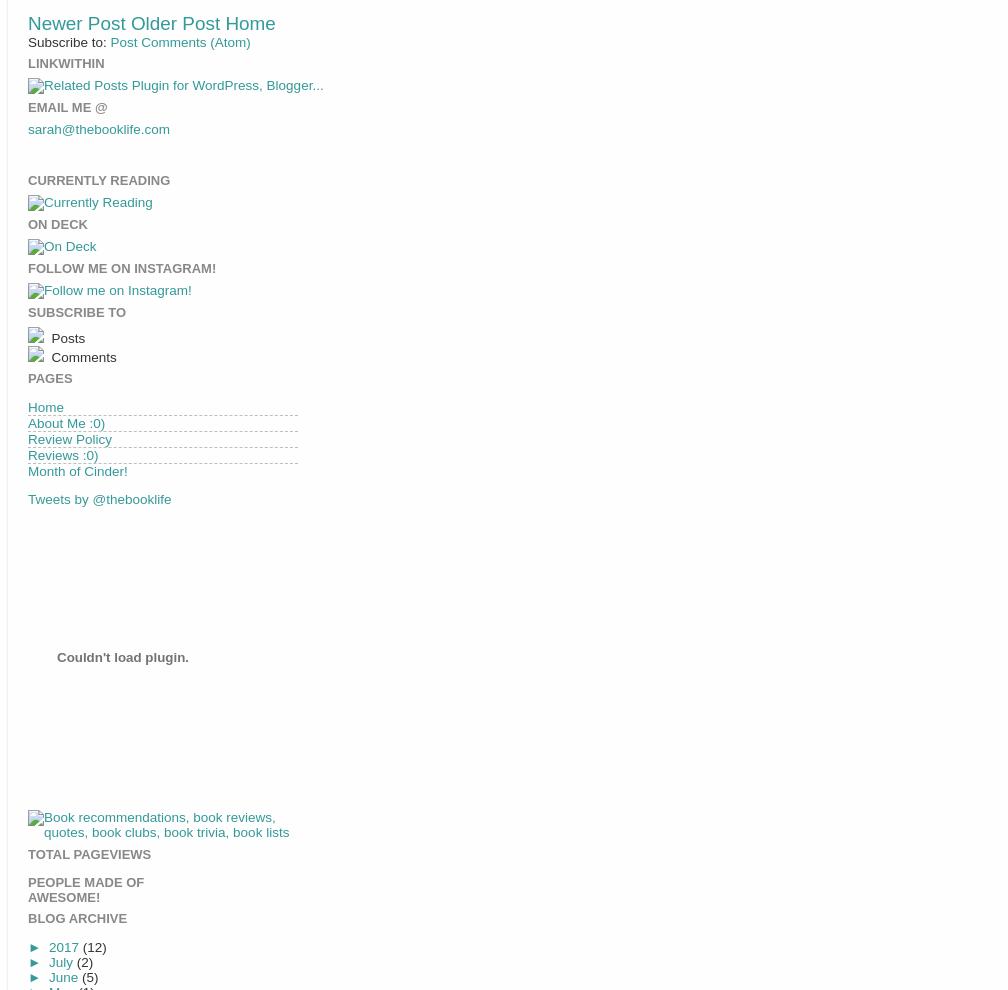 Image resolution: width=1008 pixels, height=990 pixels. What do you see at coordinates (63, 454) in the screenshot?
I see `'Reviews :0)'` at bounding box center [63, 454].